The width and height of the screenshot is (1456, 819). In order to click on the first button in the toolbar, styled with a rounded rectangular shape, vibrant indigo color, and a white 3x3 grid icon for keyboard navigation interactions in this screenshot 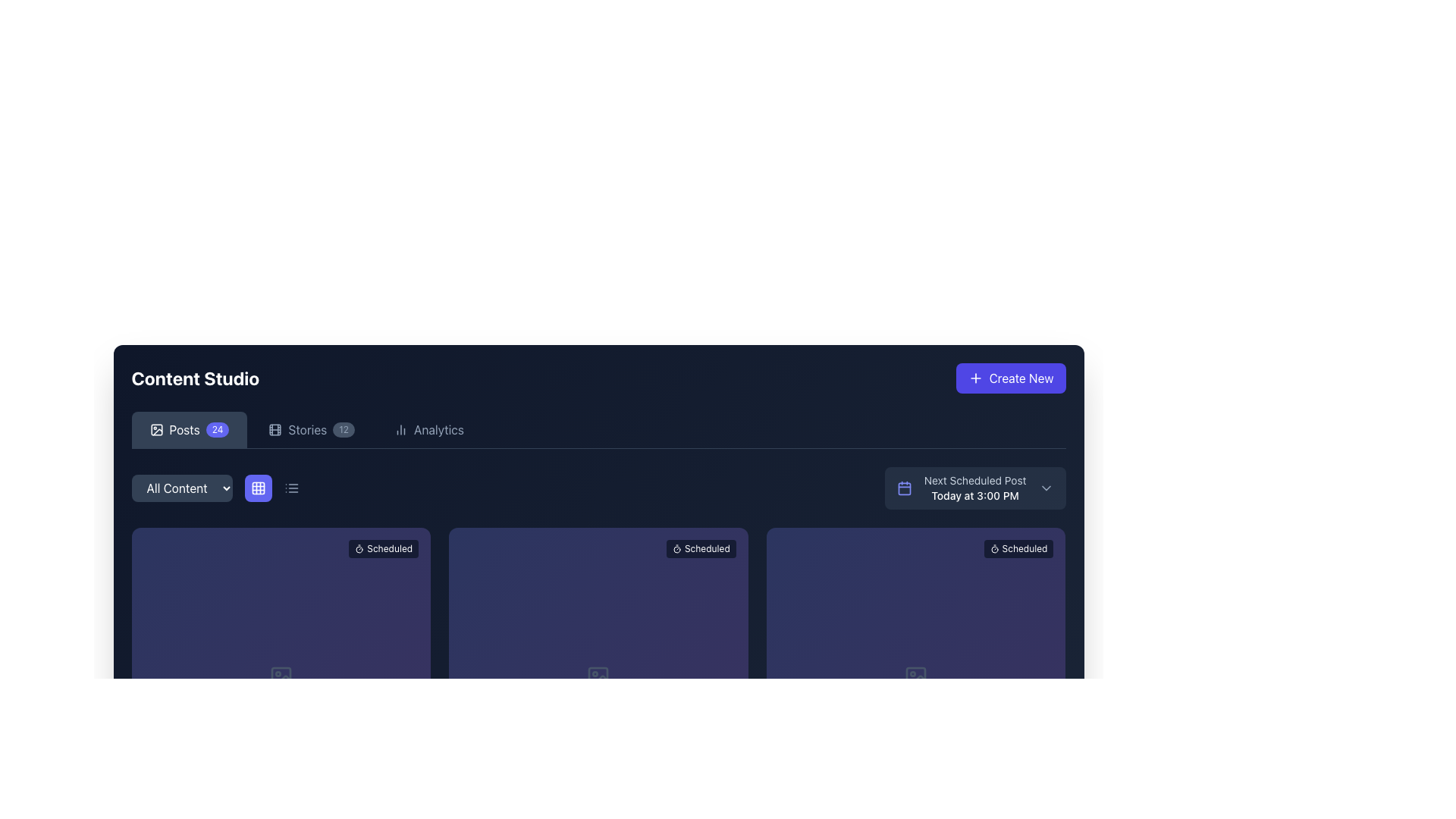, I will do `click(258, 488)`.